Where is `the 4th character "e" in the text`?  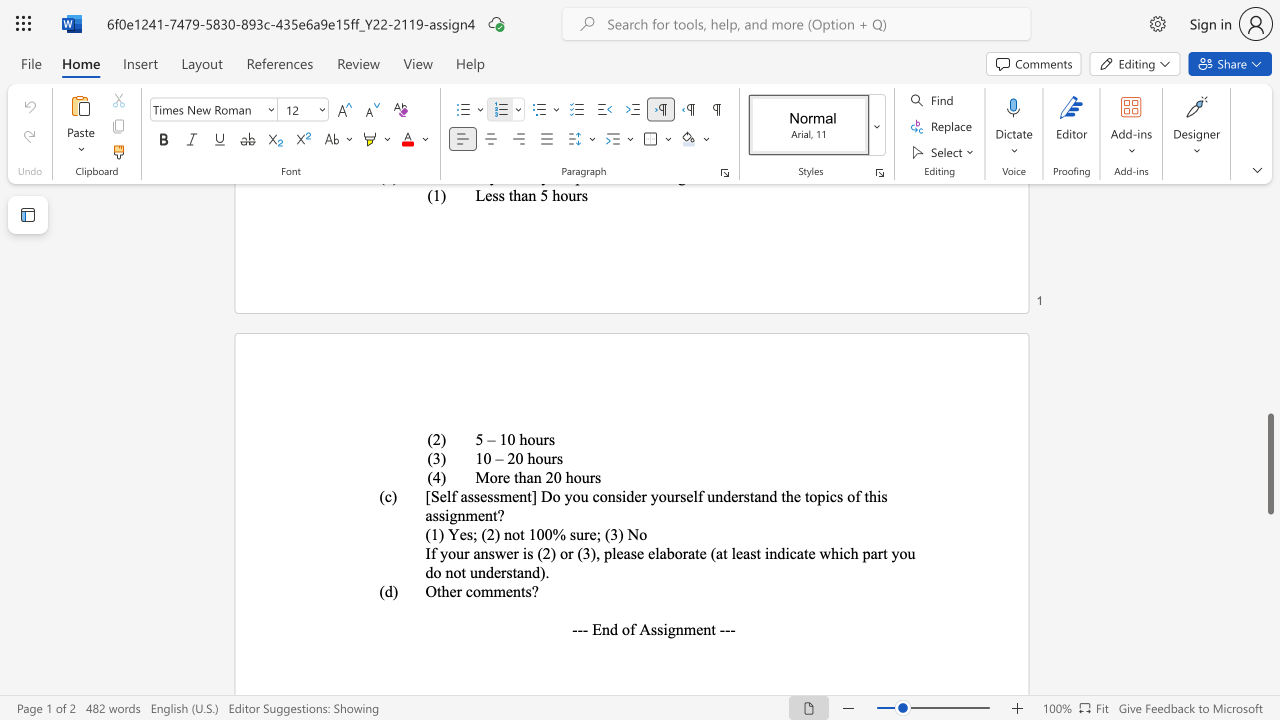
the 4th character "e" in the text is located at coordinates (636, 495).